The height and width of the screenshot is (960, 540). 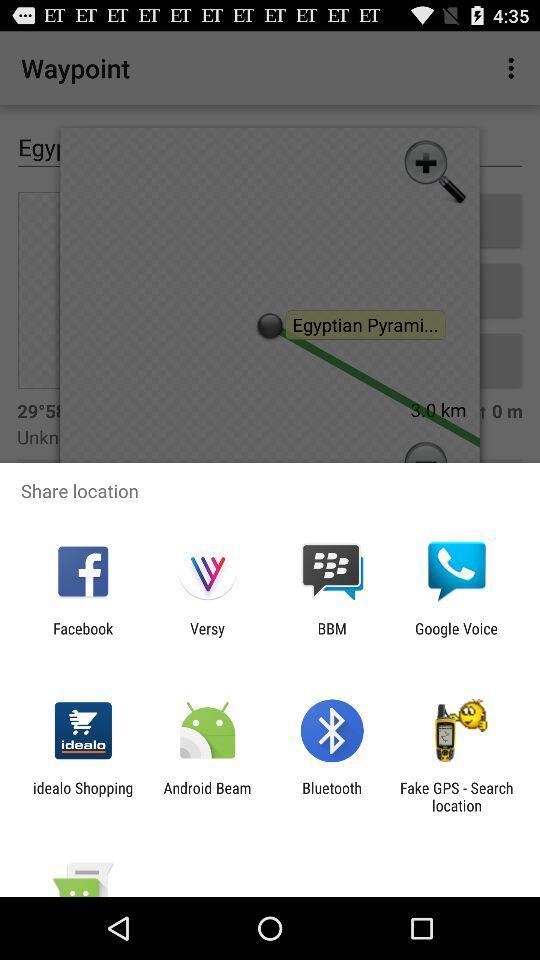 I want to click on google voice, so click(x=456, y=636).